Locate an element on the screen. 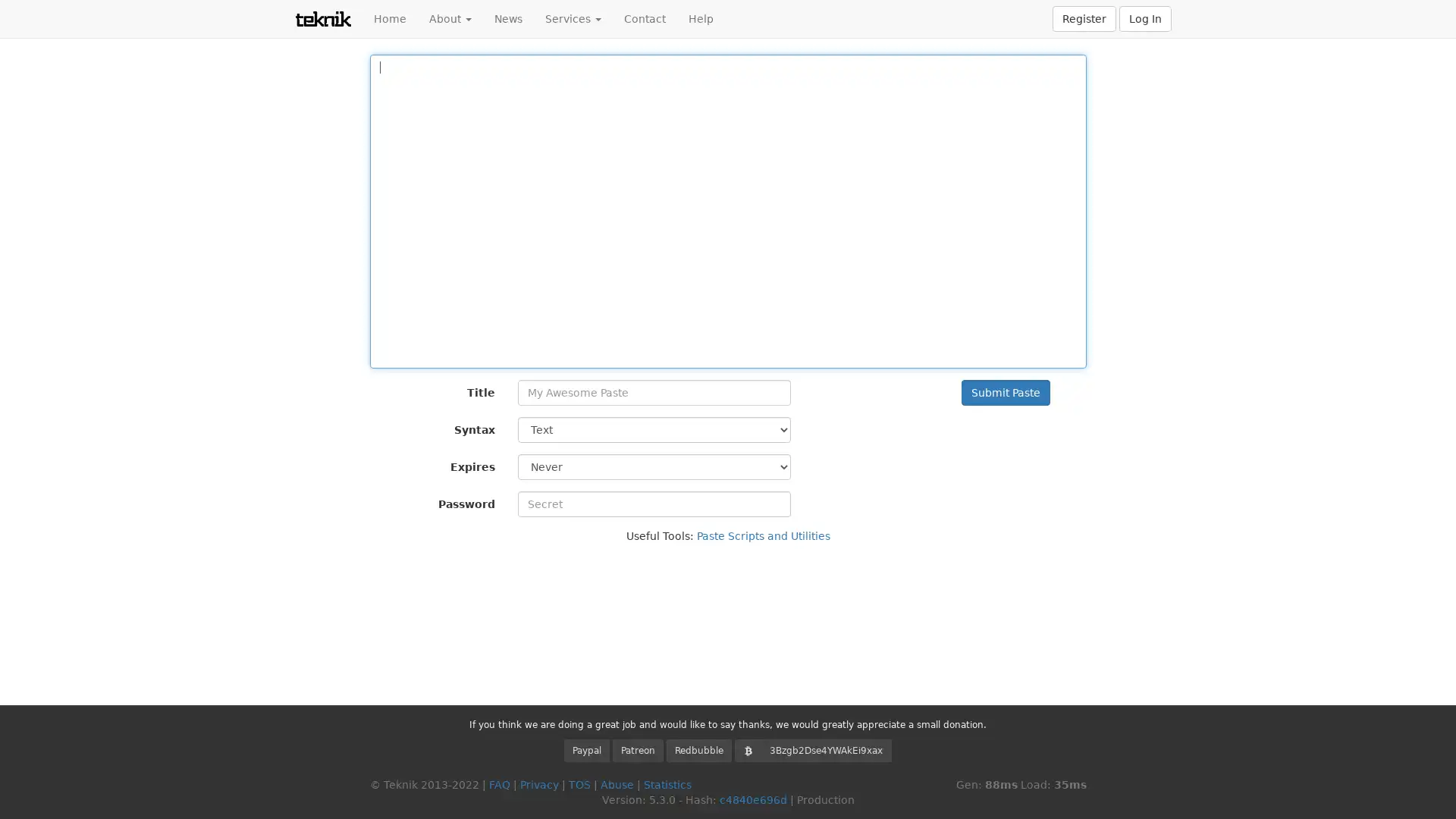  Patreon is located at coordinates (638, 751).